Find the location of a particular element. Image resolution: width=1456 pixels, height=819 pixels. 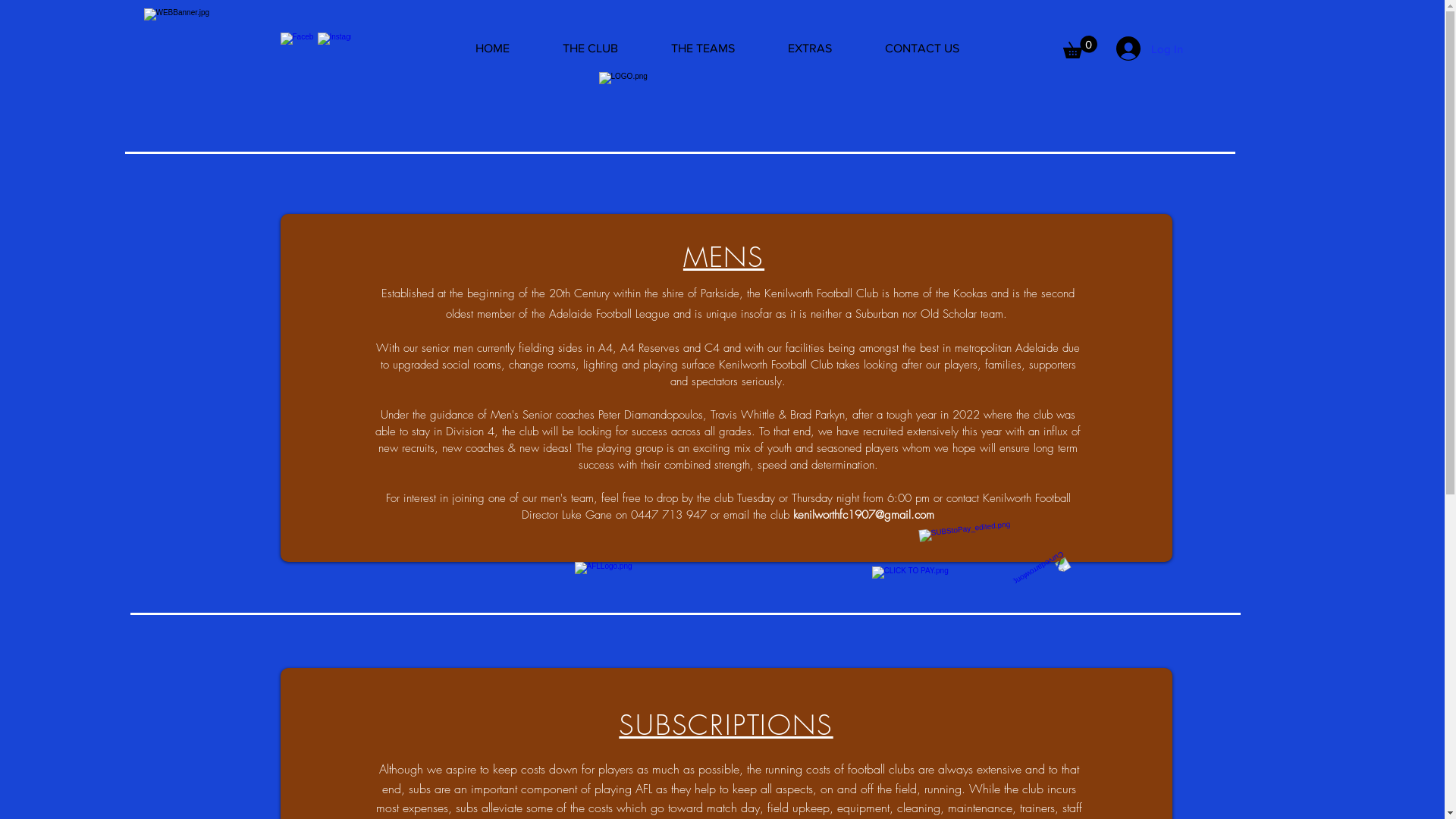

'CONTACT US' is located at coordinates (921, 48).